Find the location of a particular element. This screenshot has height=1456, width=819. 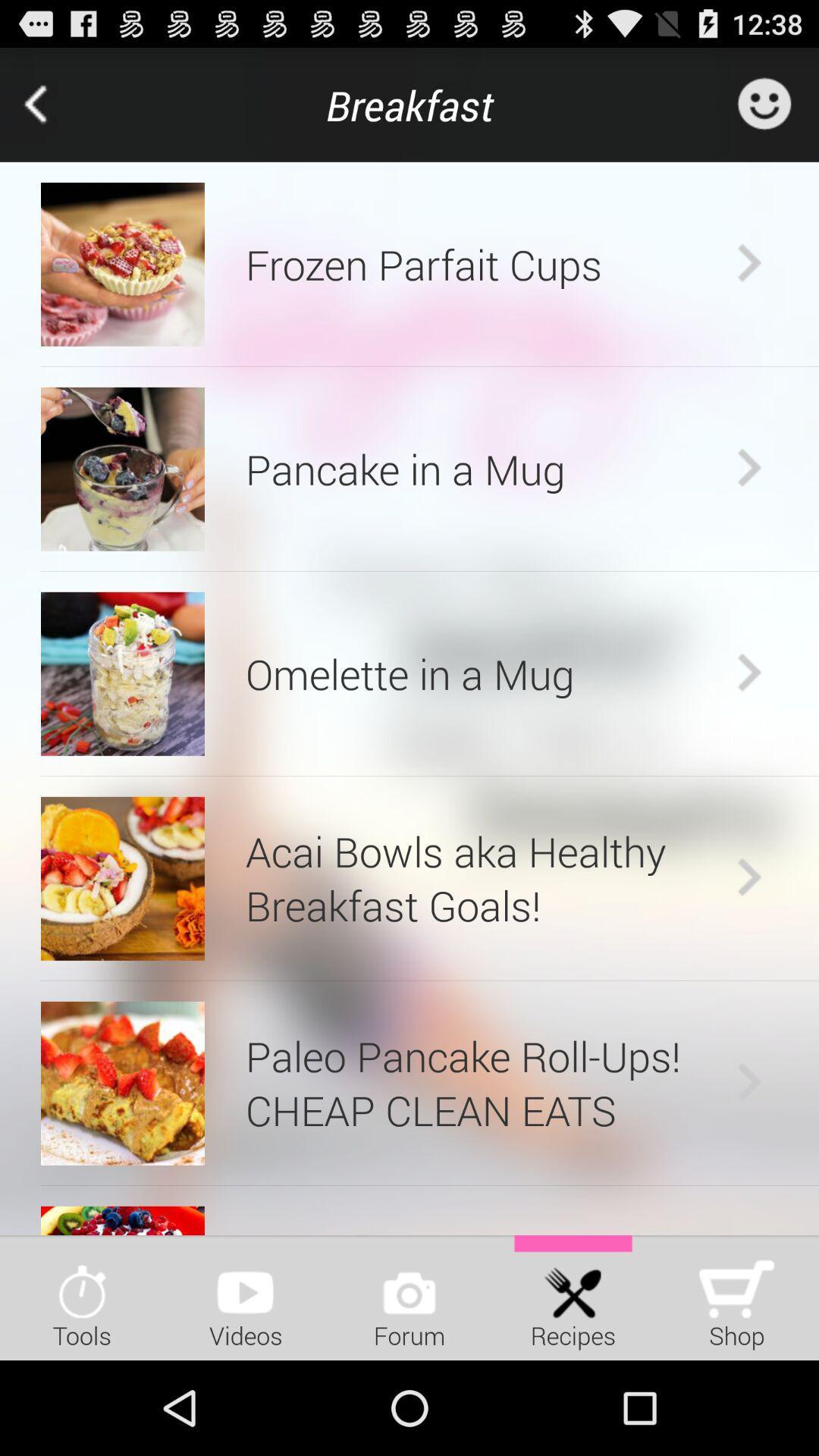

the icon above frozen parfait cups app is located at coordinates (409, 104).